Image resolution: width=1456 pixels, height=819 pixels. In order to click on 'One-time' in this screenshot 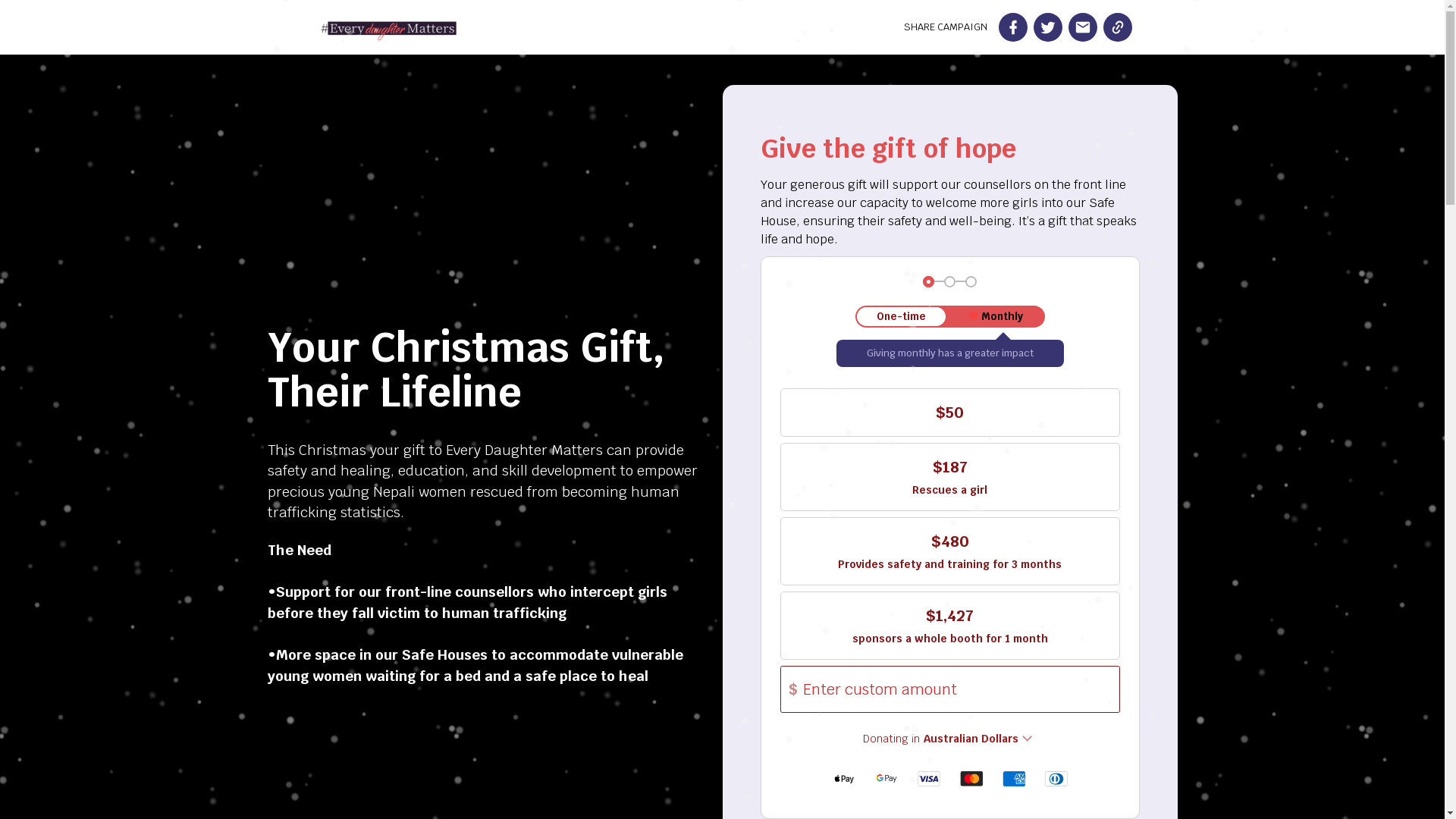, I will do `click(901, 315)`.